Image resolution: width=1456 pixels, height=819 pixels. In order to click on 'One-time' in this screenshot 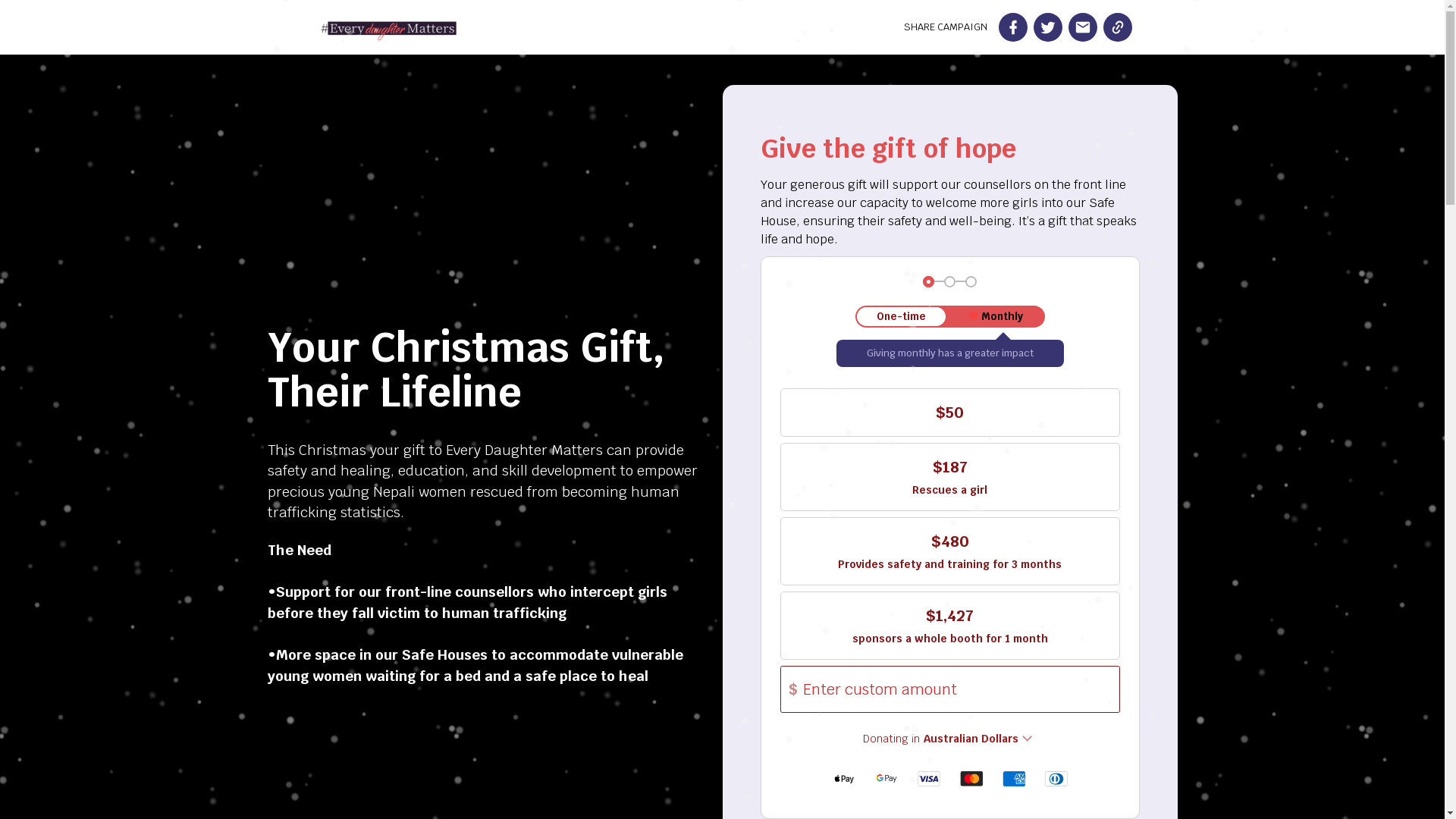, I will do `click(901, 315)`.